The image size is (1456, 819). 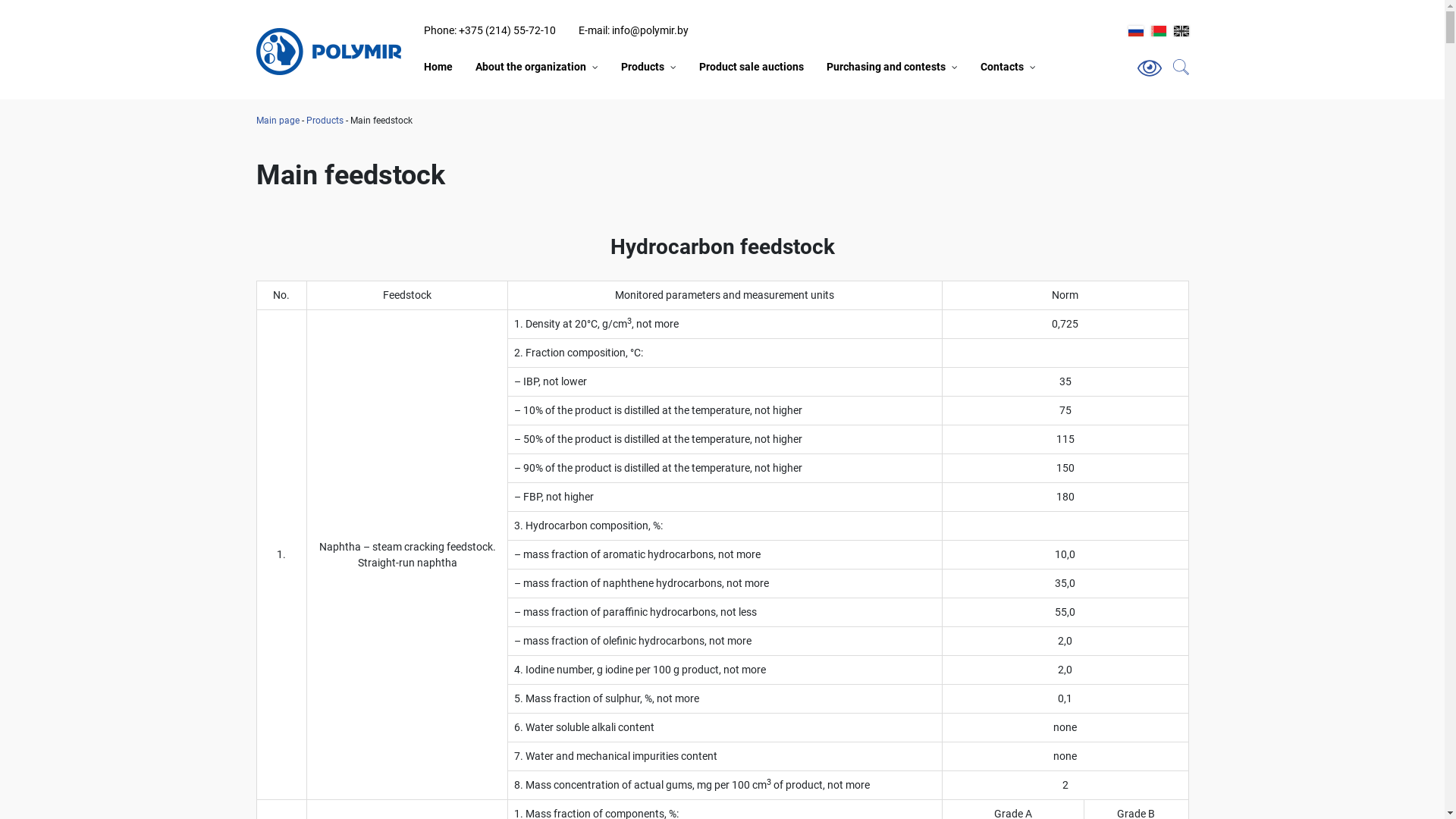 What do you see at coordinates (1001, 66) in the screenshot?
I see `'Contacts'` at bounding box center [1001, 66].